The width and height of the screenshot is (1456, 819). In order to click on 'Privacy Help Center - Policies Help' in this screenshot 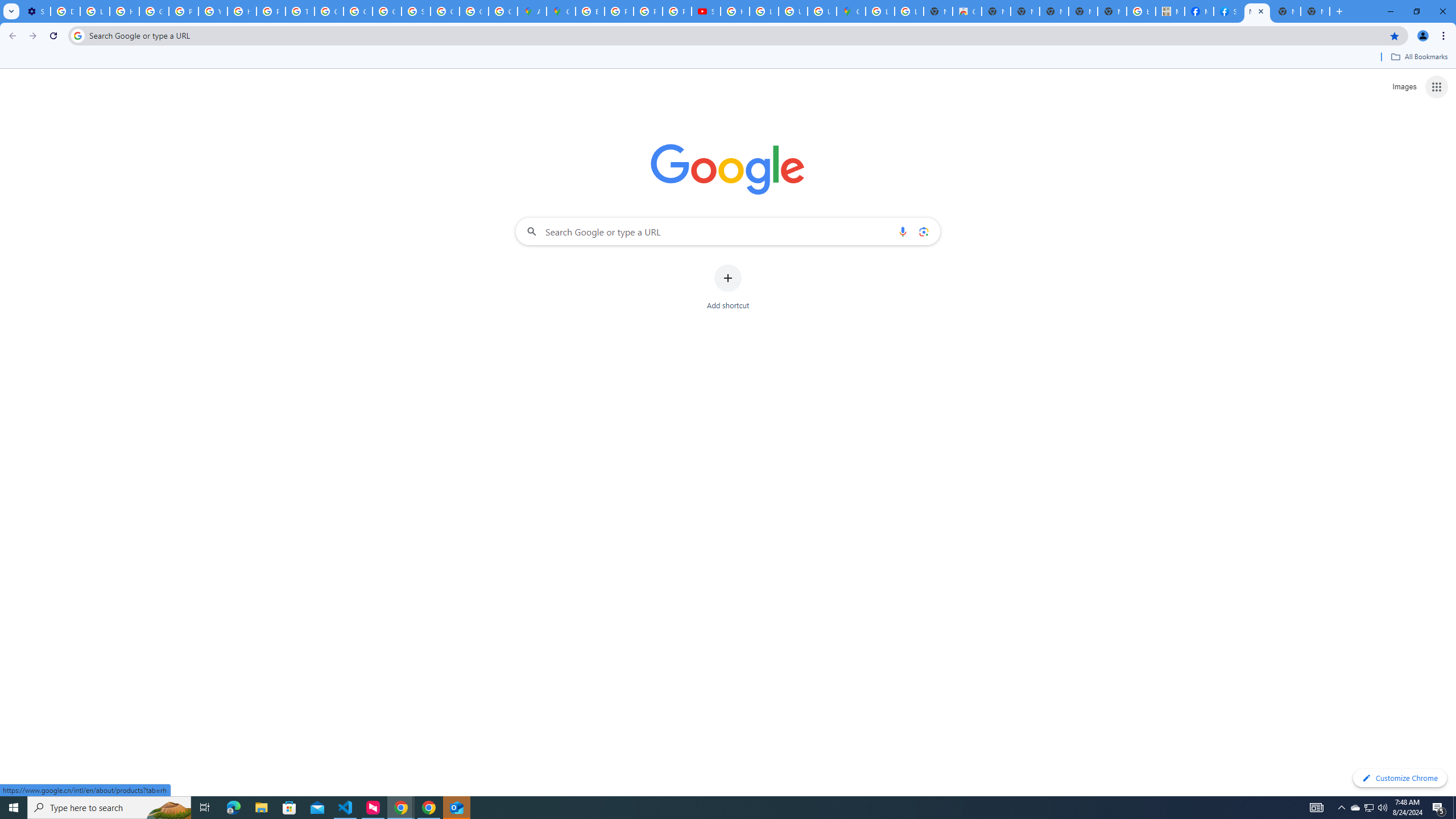, I will do `click(619, 11)`.